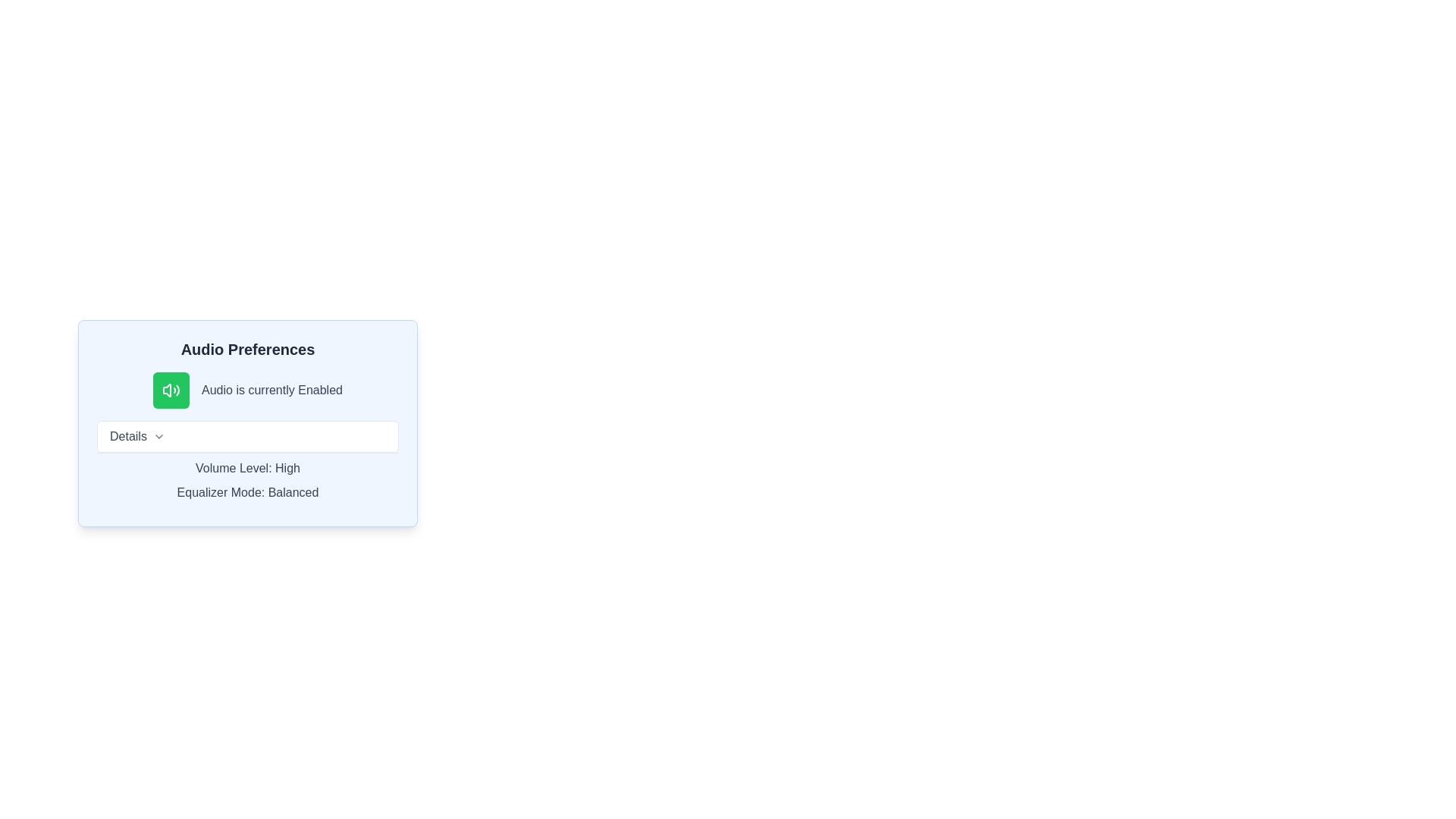 The width and height of the screenshot is (1456, 819). I want to click on the outermost sound wave element of the speaker icon, which represents audio functionality in the Audio Preferences card, so click(177, 390).